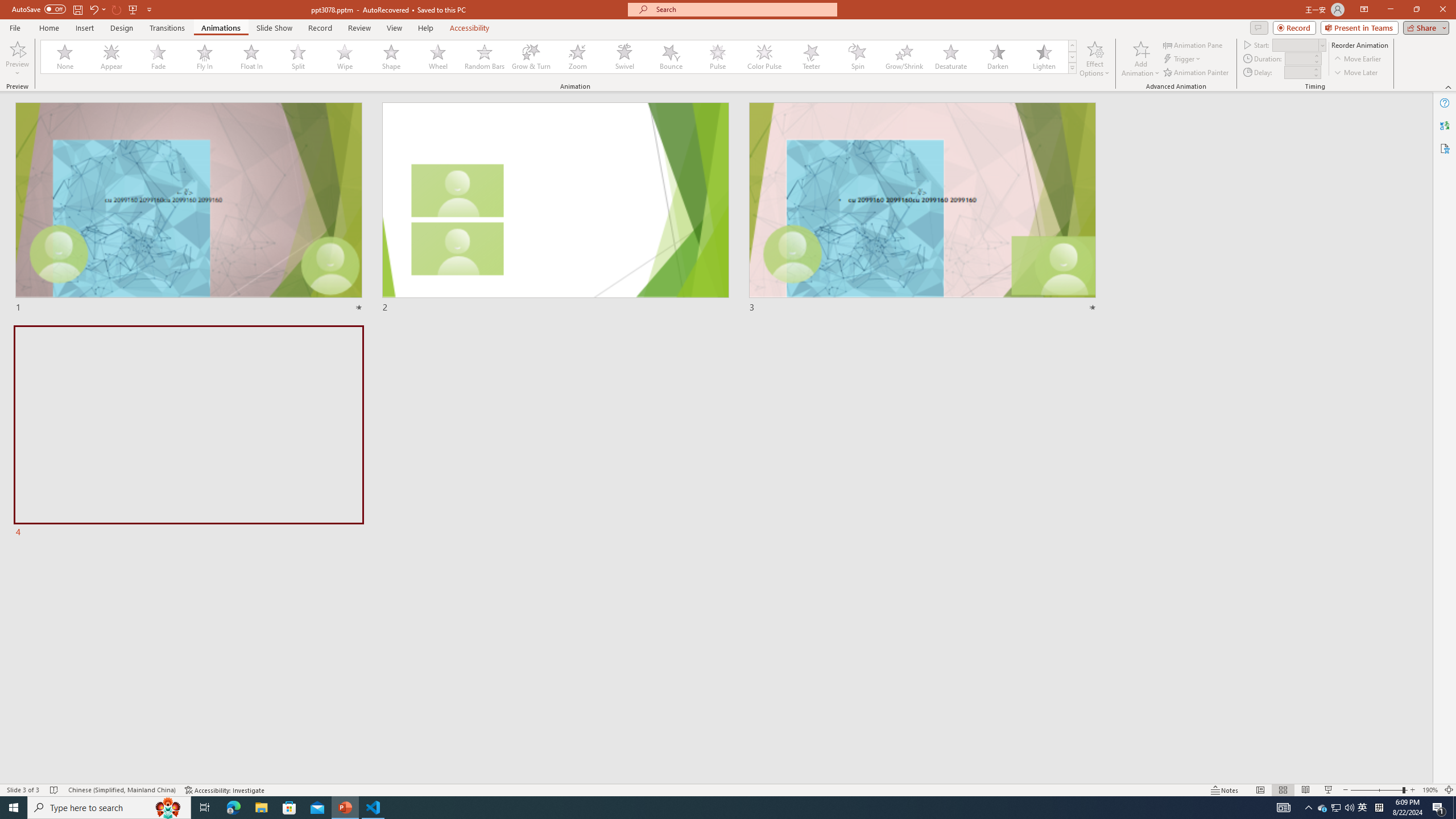 This screenshot has height=819, width=1456. What do you see at coordinates (1356, 72) in the screenshot?
I see `'Move Later'` at bounding box center [1356, 72].